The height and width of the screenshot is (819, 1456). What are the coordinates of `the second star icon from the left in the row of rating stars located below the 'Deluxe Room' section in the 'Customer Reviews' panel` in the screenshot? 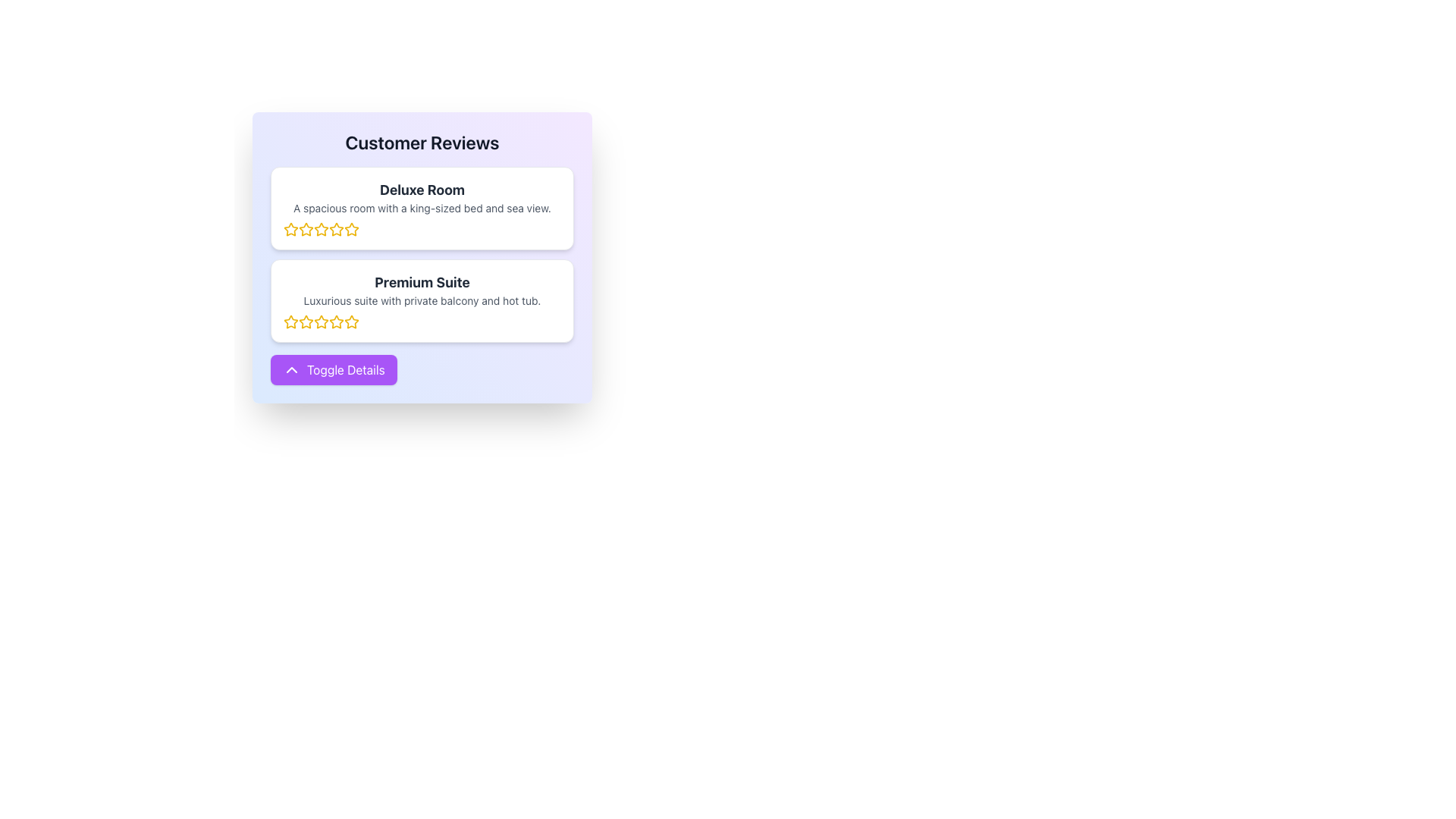 It's located at (320, 229).